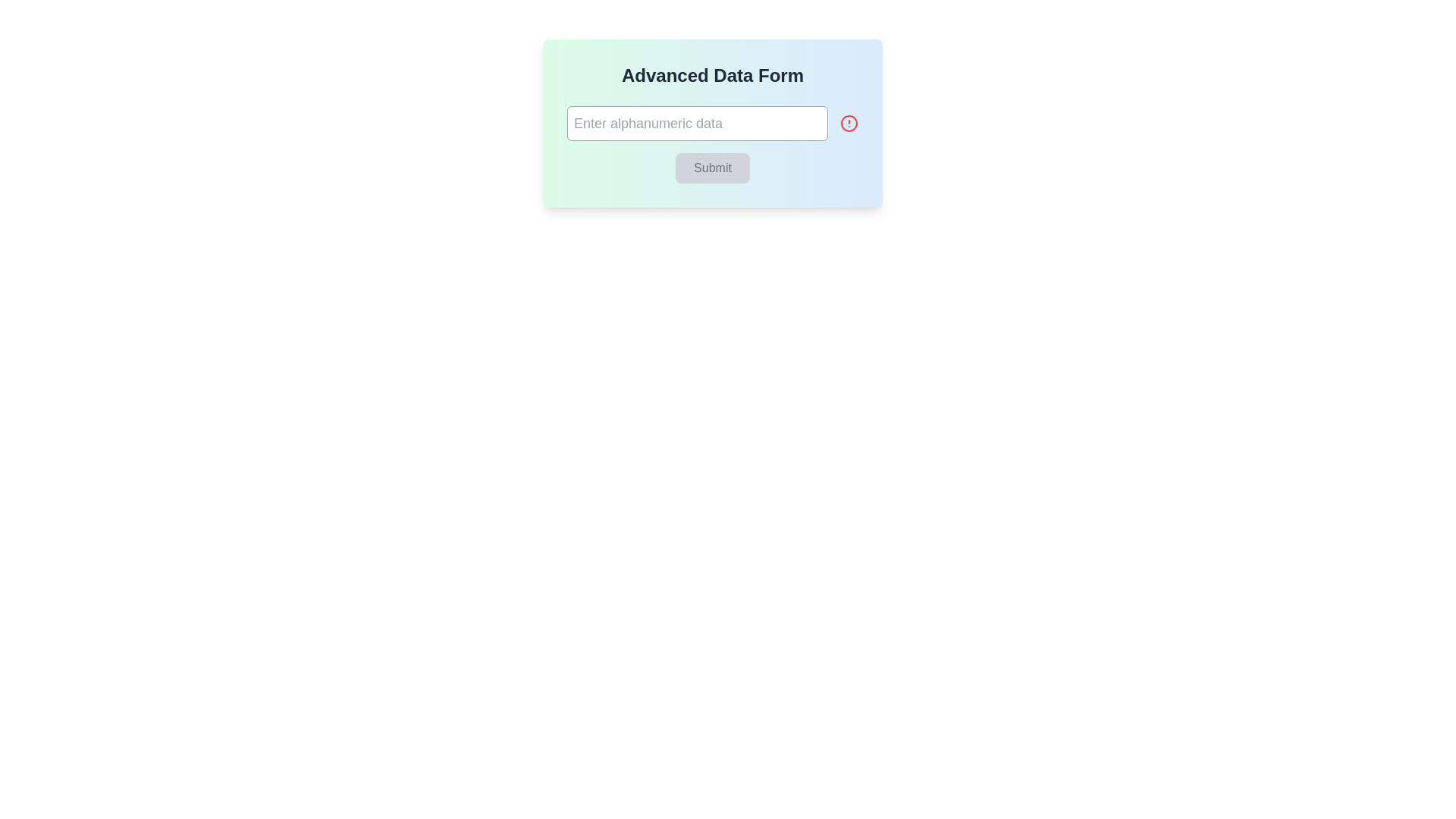 The image size is (1456, 819). What do you see at coordinates (712, 145) in the screenshot?
I see `the 'Submit' button located at the bottom of the 'Advanced Data Form', which has a gray background and is directly underneath the input field labeled 'Enter alphanumeric data'` at bounding box center [712, 145].